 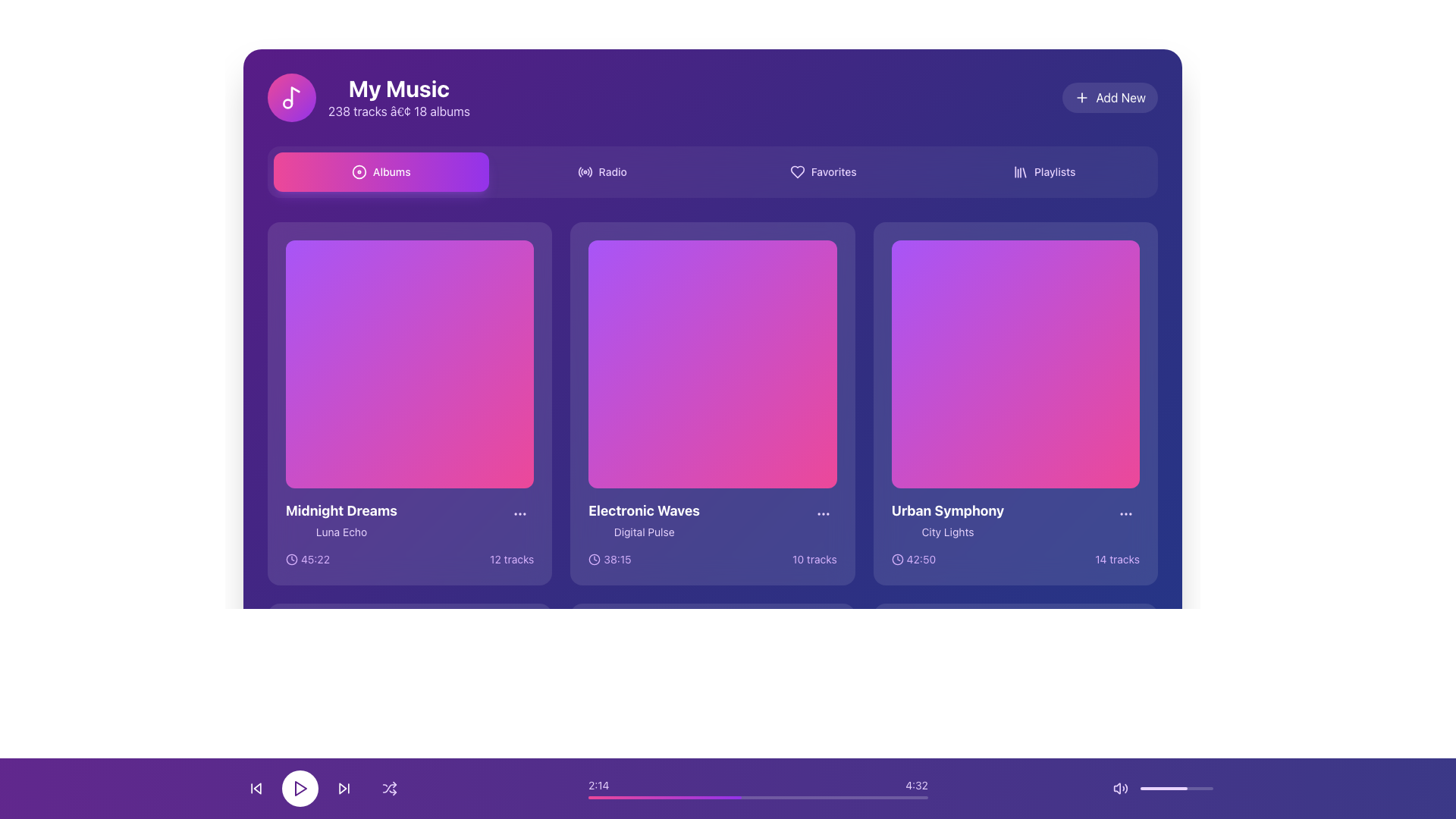 I want to click on the heart-shaped icon in the navigation bar associated with the 'Favorites' section, so click(x=796, y=171).